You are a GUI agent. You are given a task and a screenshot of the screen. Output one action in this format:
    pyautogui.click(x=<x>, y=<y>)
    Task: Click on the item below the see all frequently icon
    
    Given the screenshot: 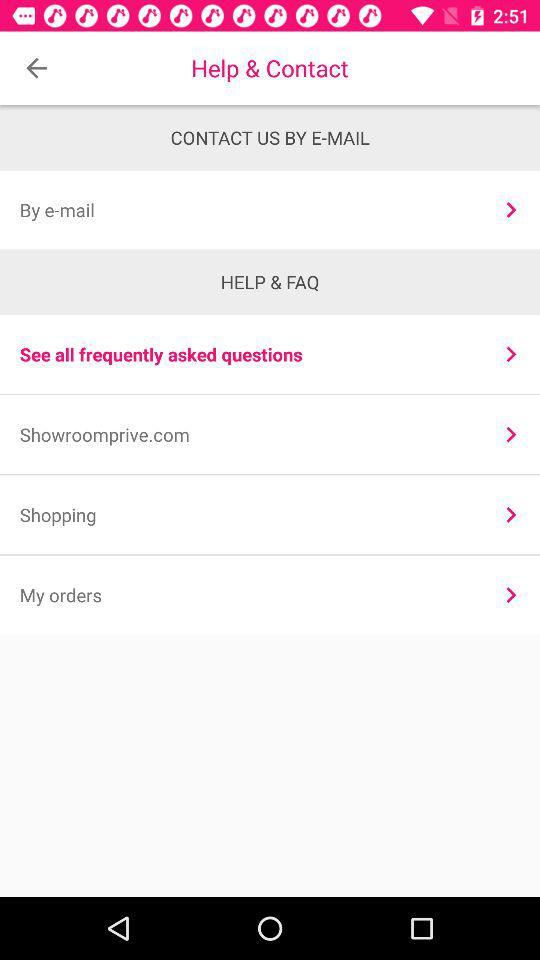 What is the action you would take?
    pyautogui.click(x=511, y=434)
    